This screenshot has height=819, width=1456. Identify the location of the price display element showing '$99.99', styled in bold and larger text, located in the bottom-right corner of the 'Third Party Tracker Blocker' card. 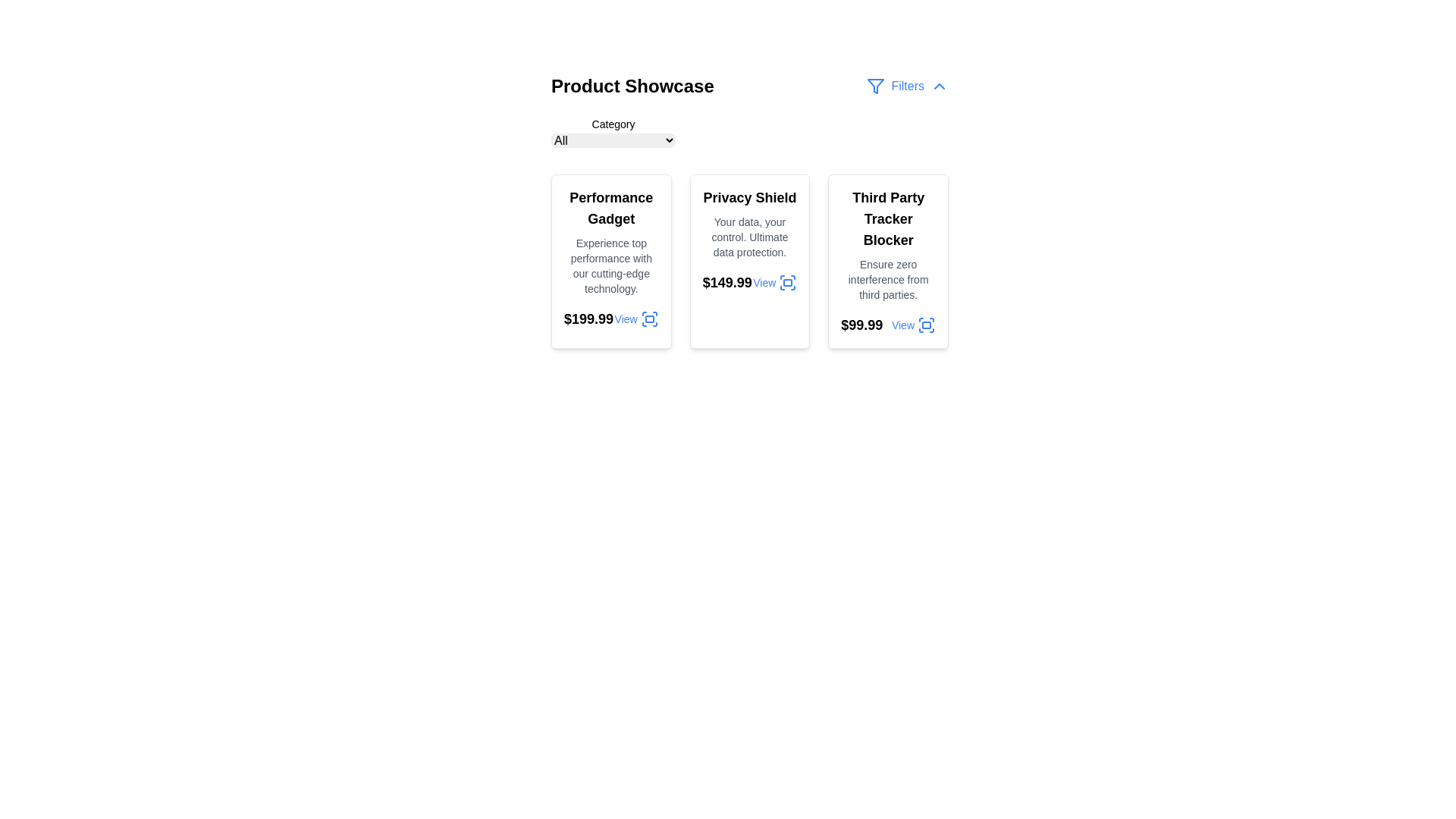
(861, 324).